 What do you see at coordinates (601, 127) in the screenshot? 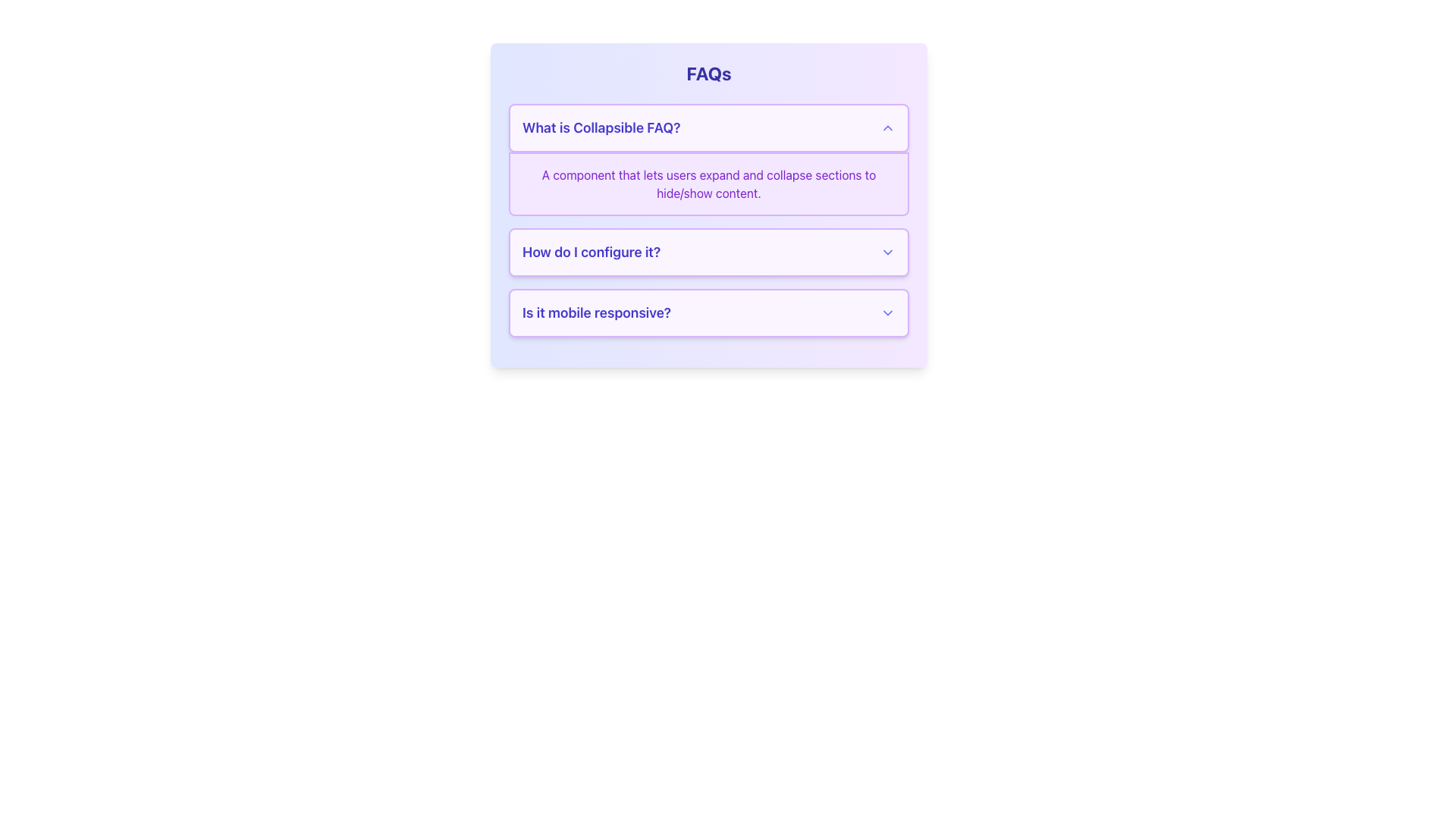
I see `the text label reading 'What is Collapsible FAQ?' displayed in bold indigo font within a purple-bordered card at the top of the FAQ section` at bounding box center [601, 127].